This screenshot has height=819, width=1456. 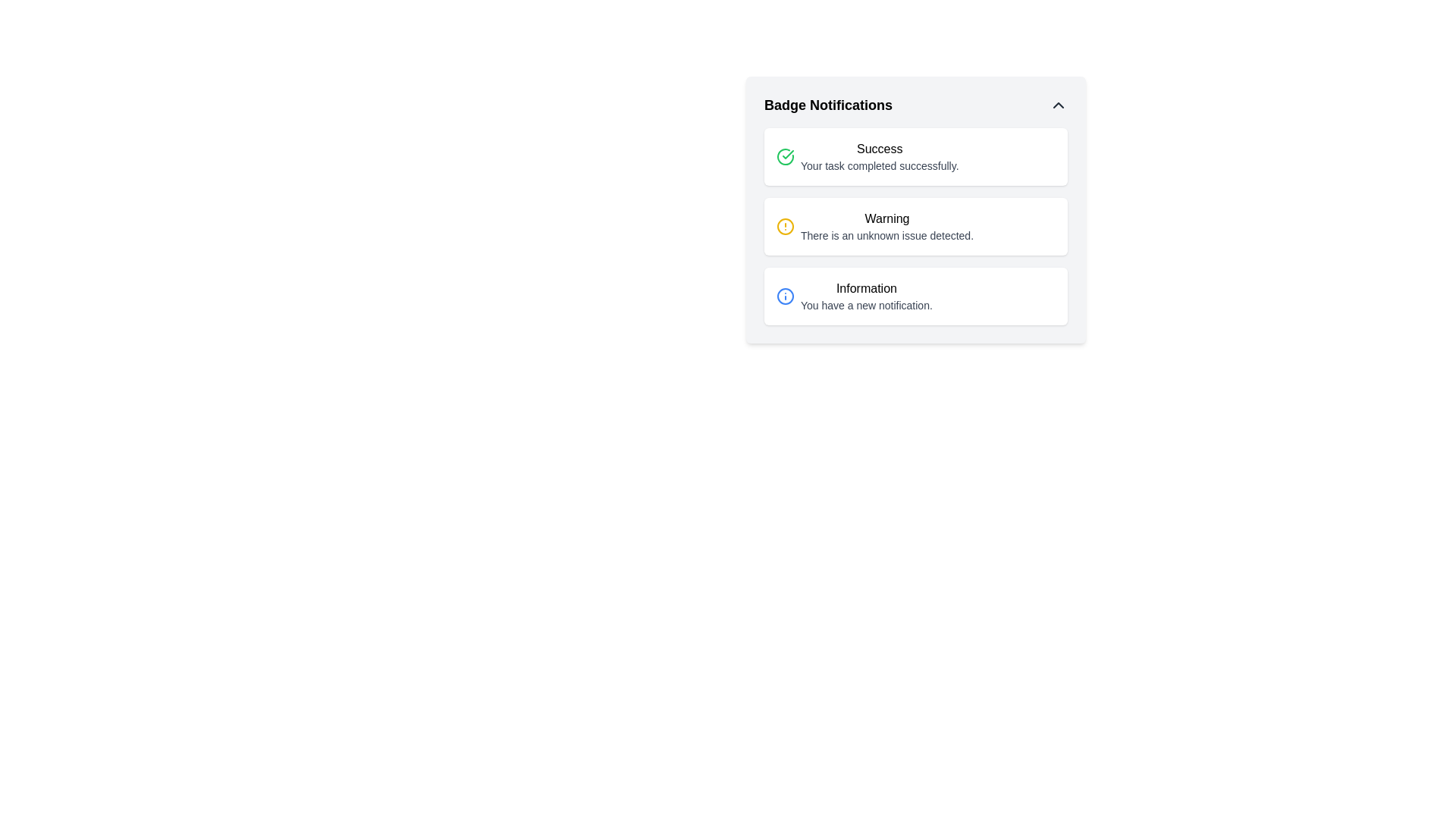 What do you see at coordinates (915, 227) in the screenshot?
I see `the notification block containing three vertically stacked cards` at bounding box center [915, 227].